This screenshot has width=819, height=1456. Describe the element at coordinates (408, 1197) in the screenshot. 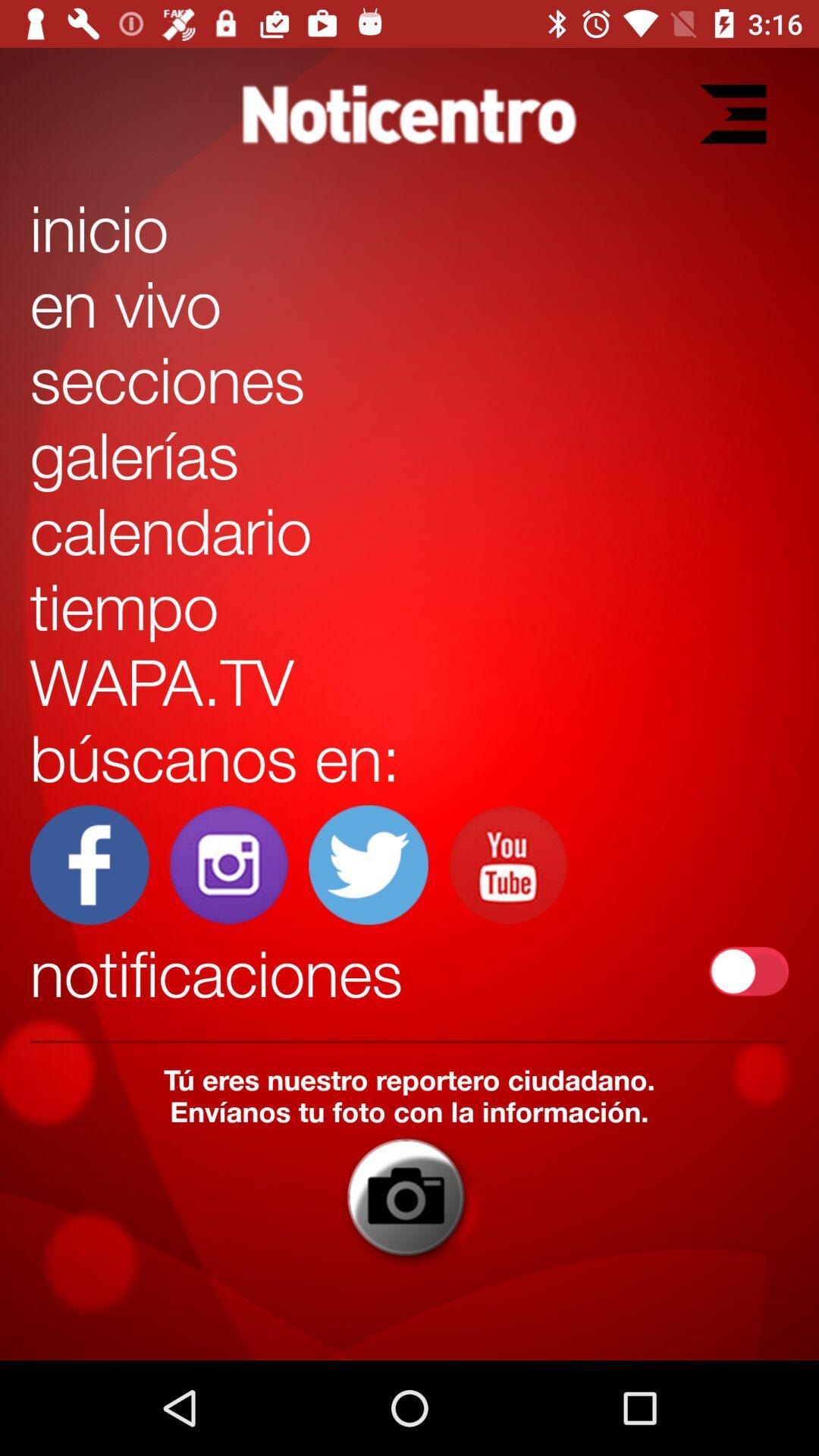

I see `the photo icon` at that location.